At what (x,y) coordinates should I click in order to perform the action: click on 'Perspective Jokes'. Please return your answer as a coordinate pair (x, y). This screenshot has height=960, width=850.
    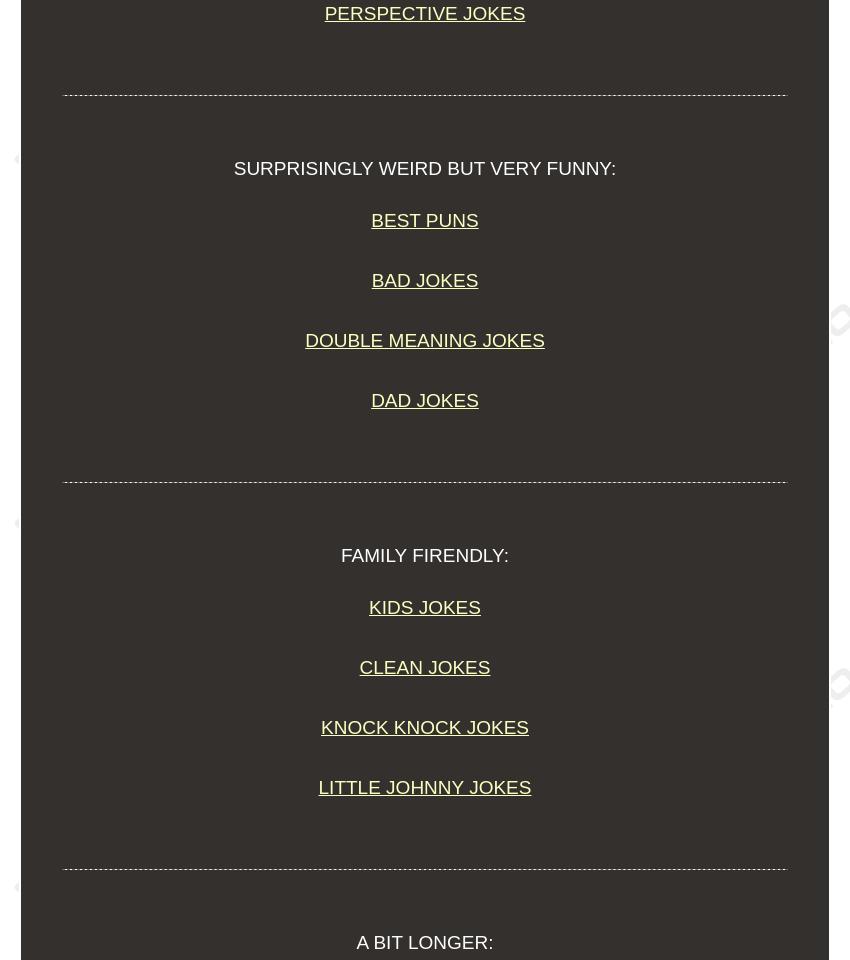
    Looking at the image, I should click on (324, 12).